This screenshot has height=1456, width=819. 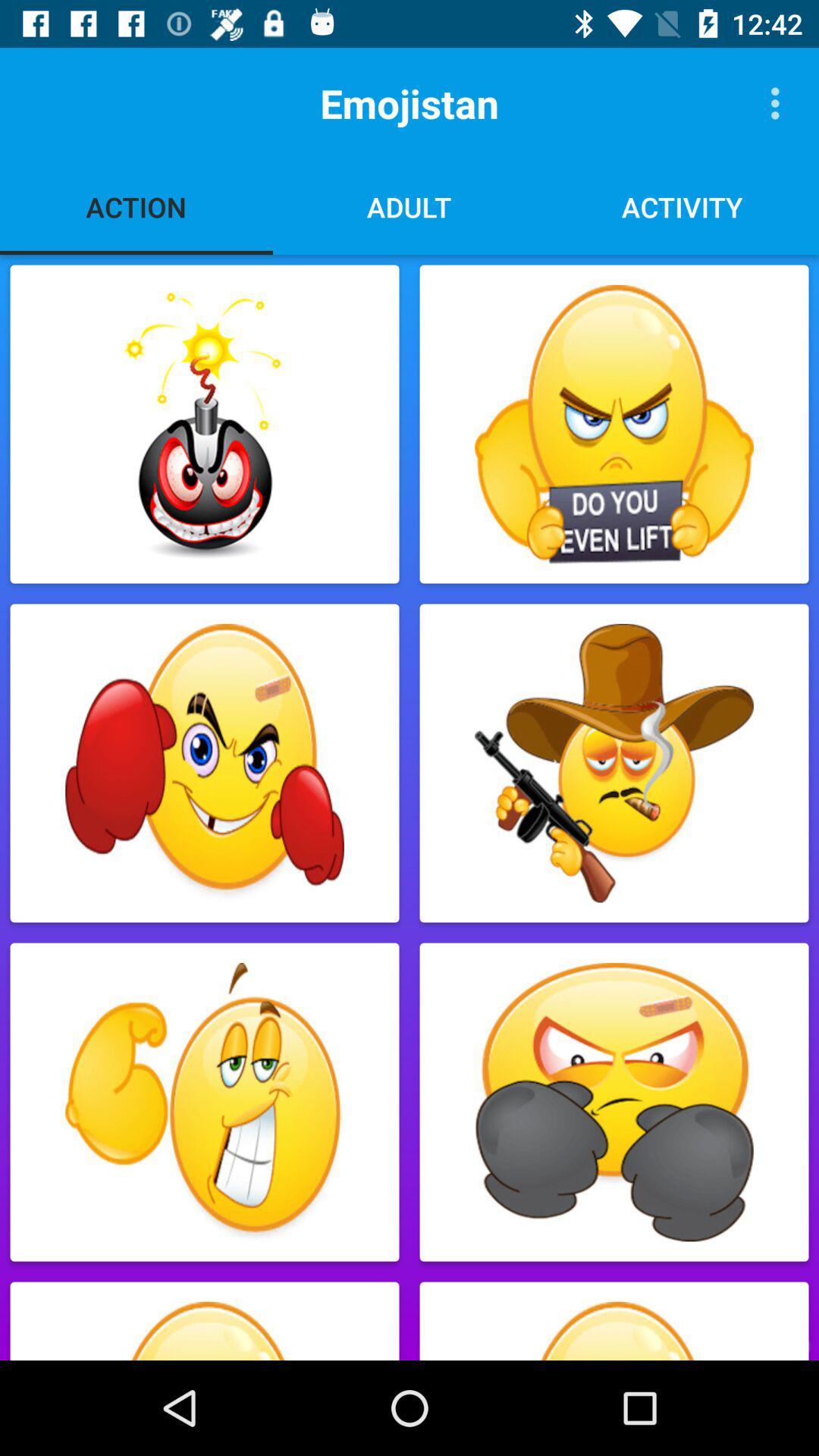 What do you see at coordinates (205, 424) in the screenshot?
I see `the emoji 1st below action` at bounding box center [205, 424].